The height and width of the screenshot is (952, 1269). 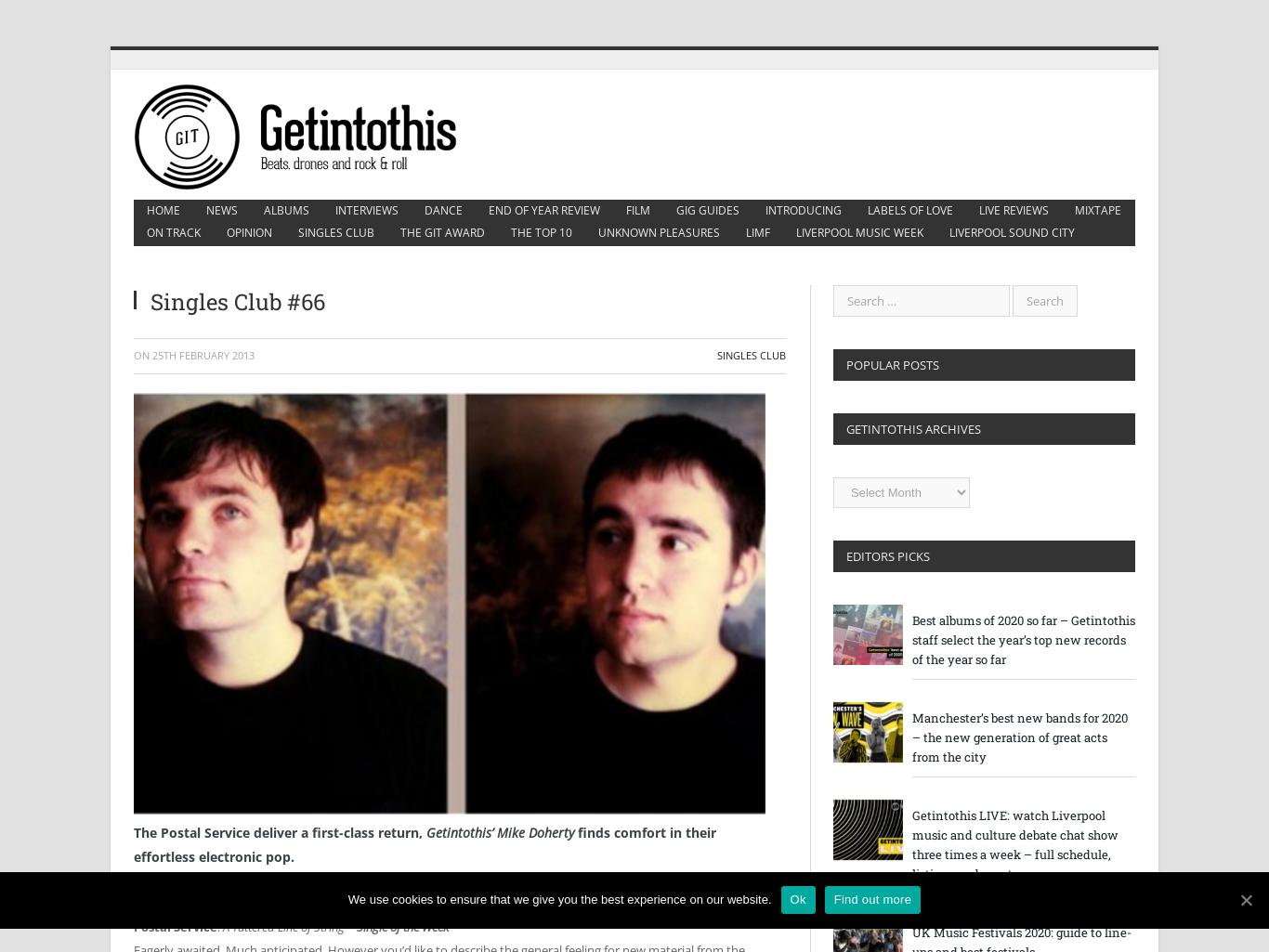 I want to click on 'Ok', so click(x=796, y=899).